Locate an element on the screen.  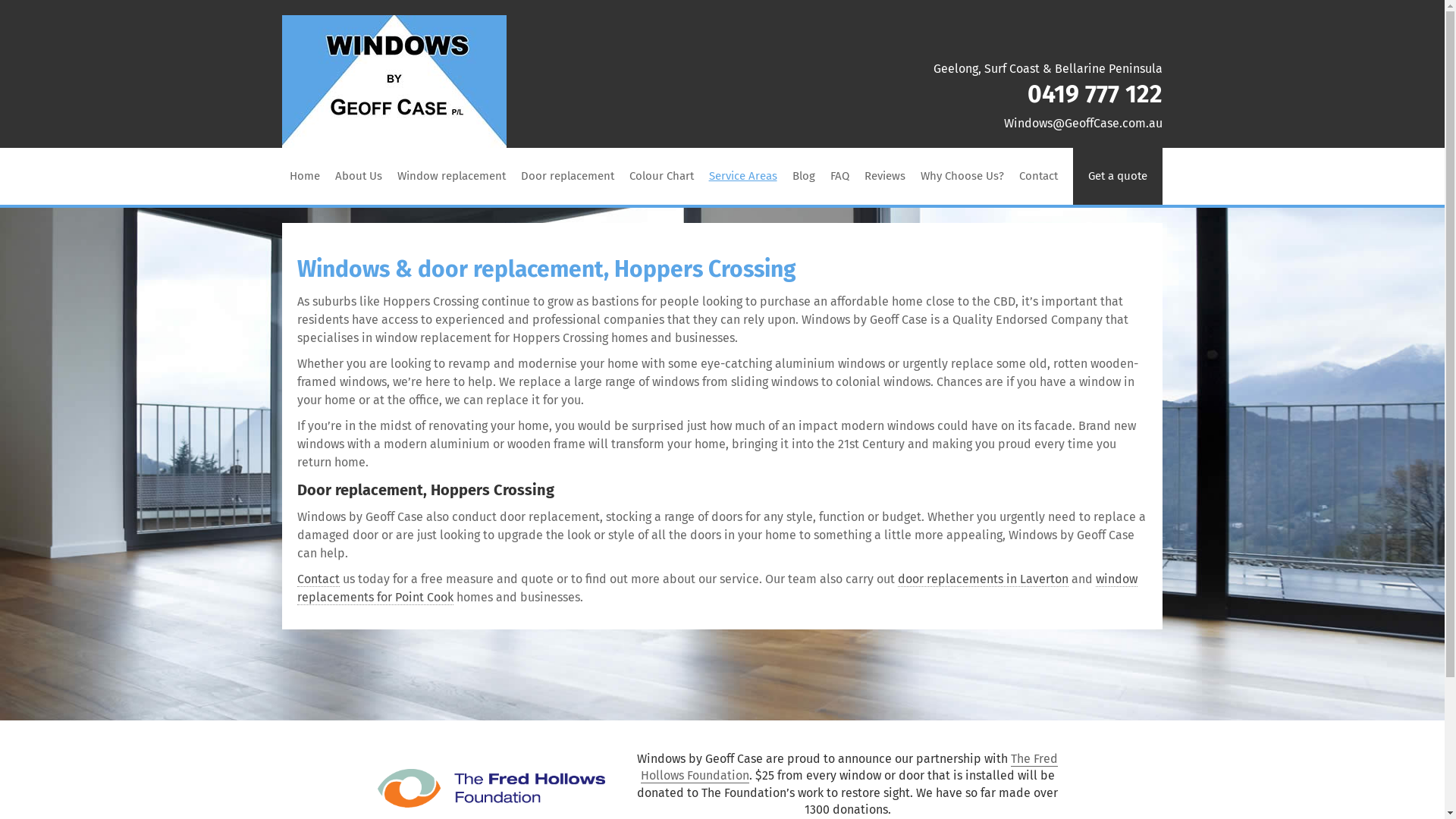
'0419 777 122' is located at coordinates (1095, 93).